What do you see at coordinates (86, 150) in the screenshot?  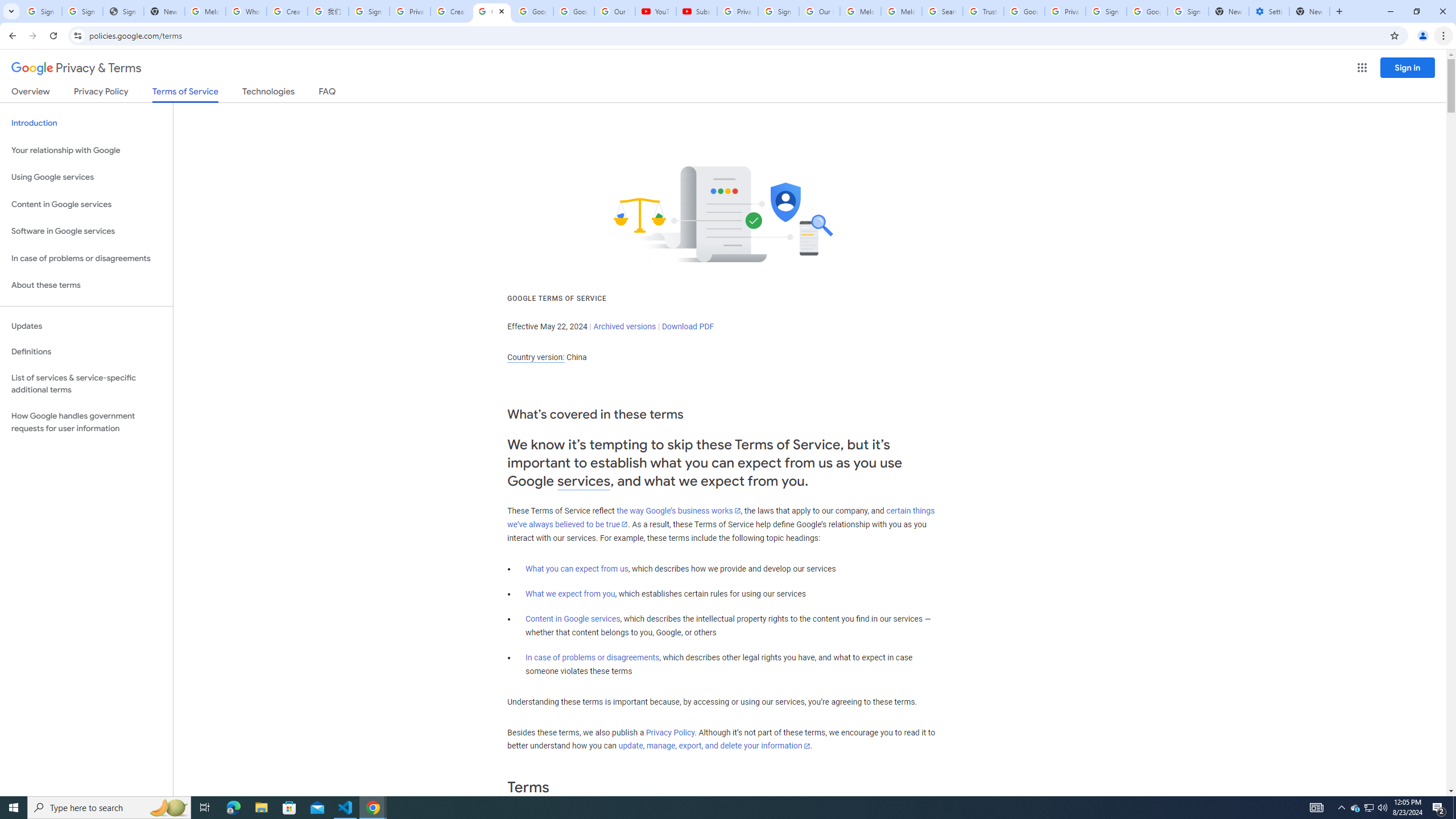 I see `'Your relationship with Google'` at bounding box center [86, 150].